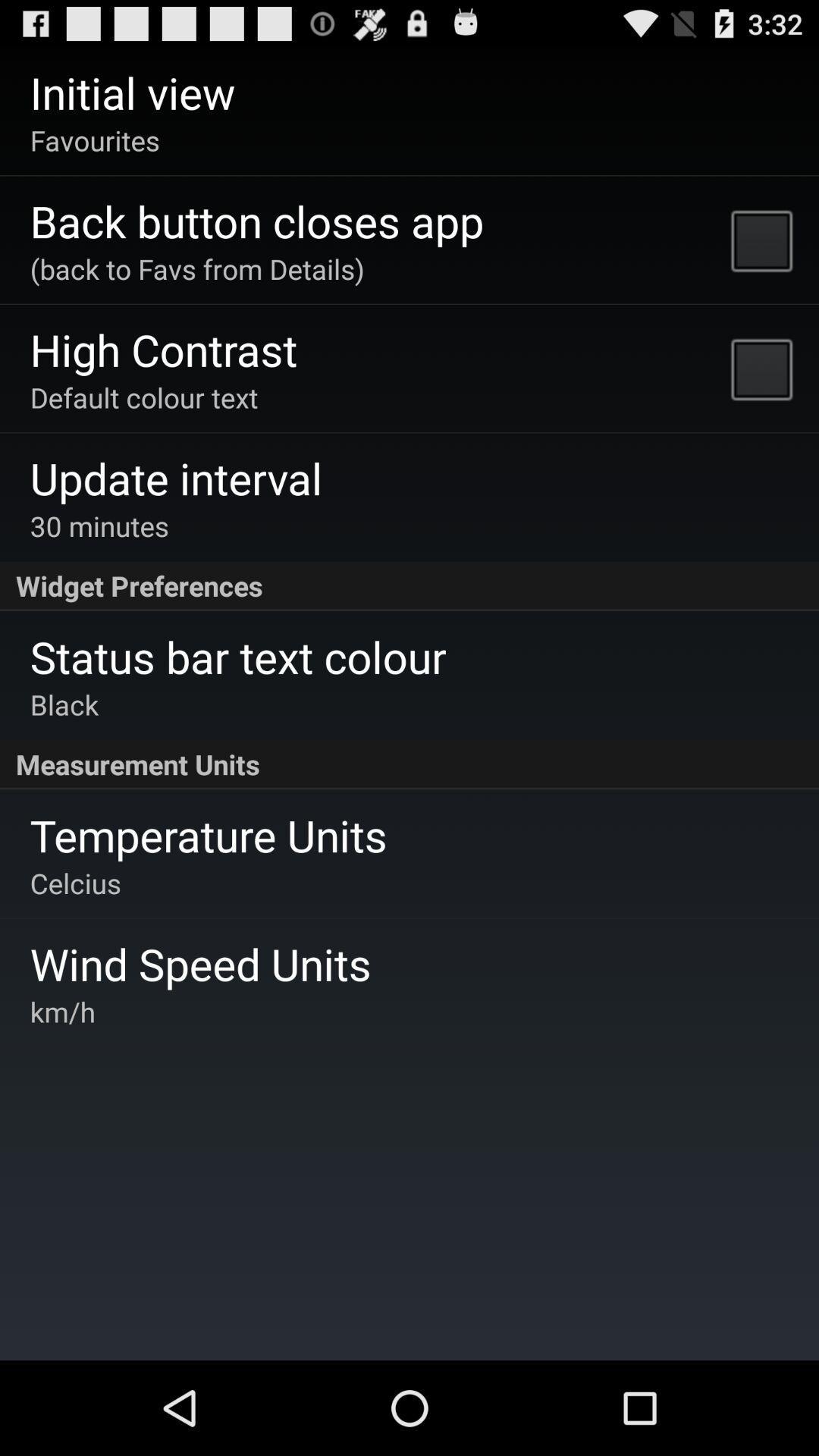 This screenshot has height=1456, width=819. Describe the element at coordinates (196, 268) in the screenshot. I see `the back to favs icon` at that location.